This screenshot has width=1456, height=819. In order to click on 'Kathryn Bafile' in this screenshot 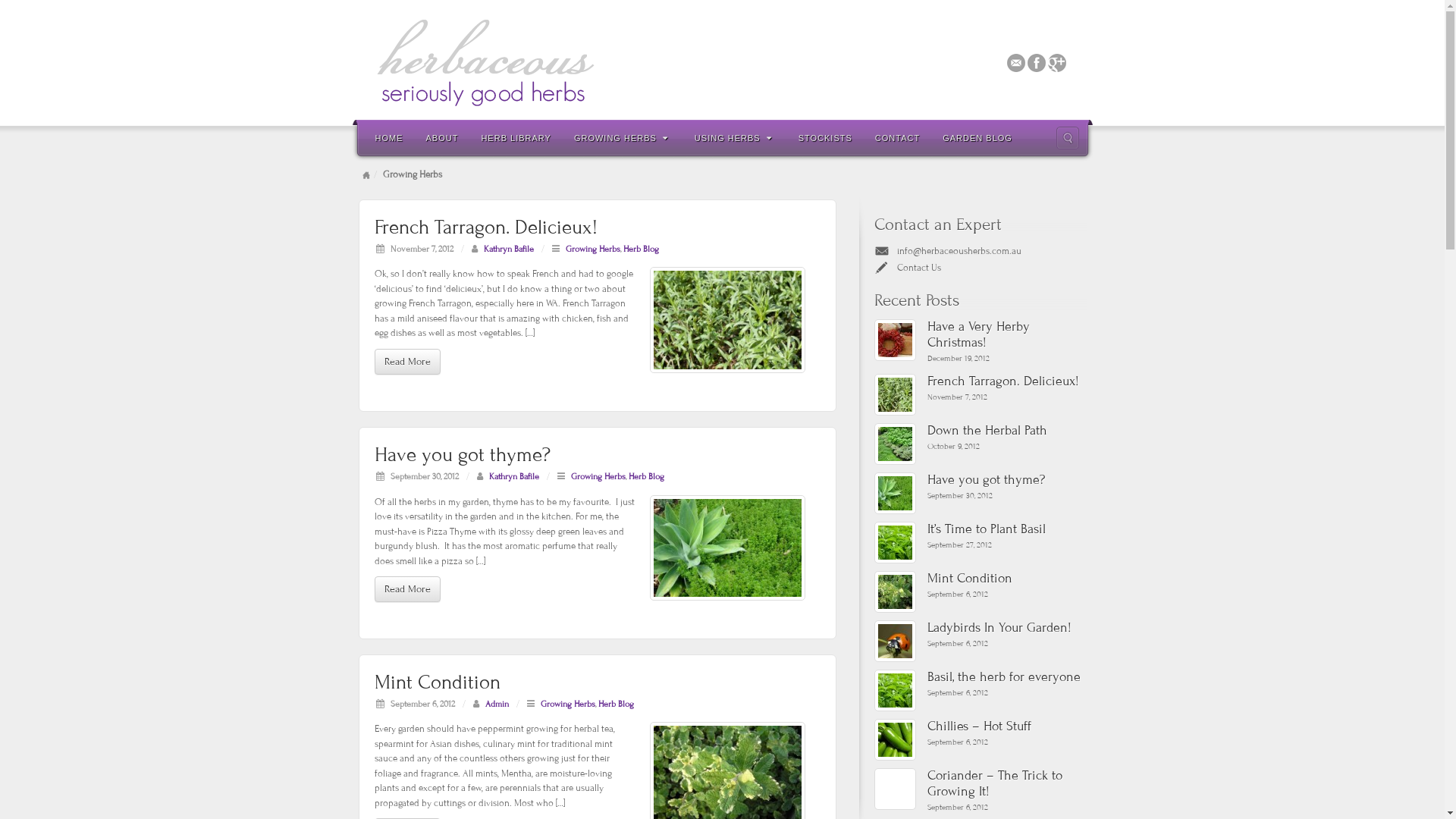, I will do `click(509, 247)`.